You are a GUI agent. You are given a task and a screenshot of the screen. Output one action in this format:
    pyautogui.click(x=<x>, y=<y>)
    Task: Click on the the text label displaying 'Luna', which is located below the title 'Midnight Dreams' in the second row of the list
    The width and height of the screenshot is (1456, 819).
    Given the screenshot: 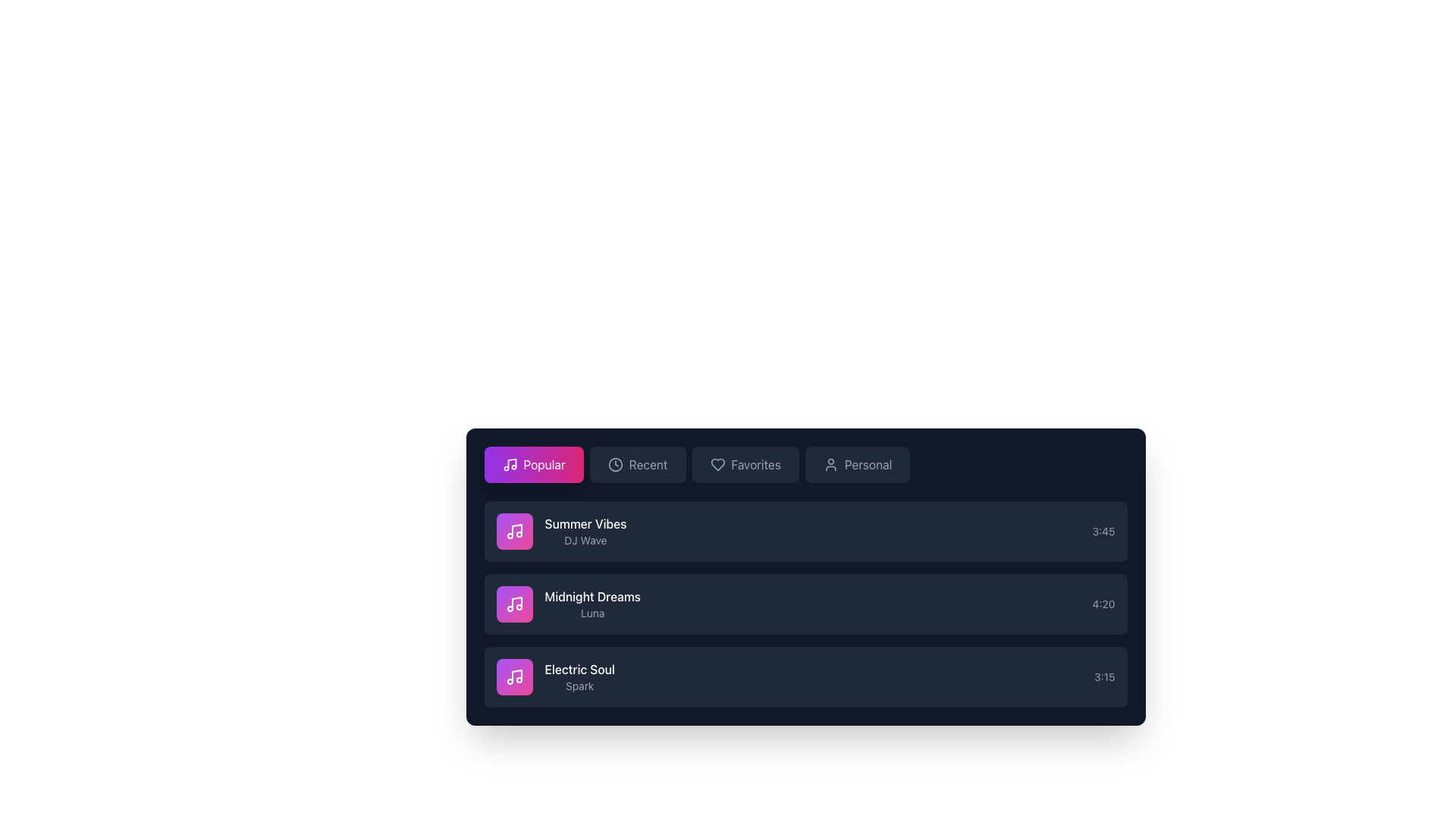 What is the action you would take?
    pyautogui.click(x=591, y=613)
    